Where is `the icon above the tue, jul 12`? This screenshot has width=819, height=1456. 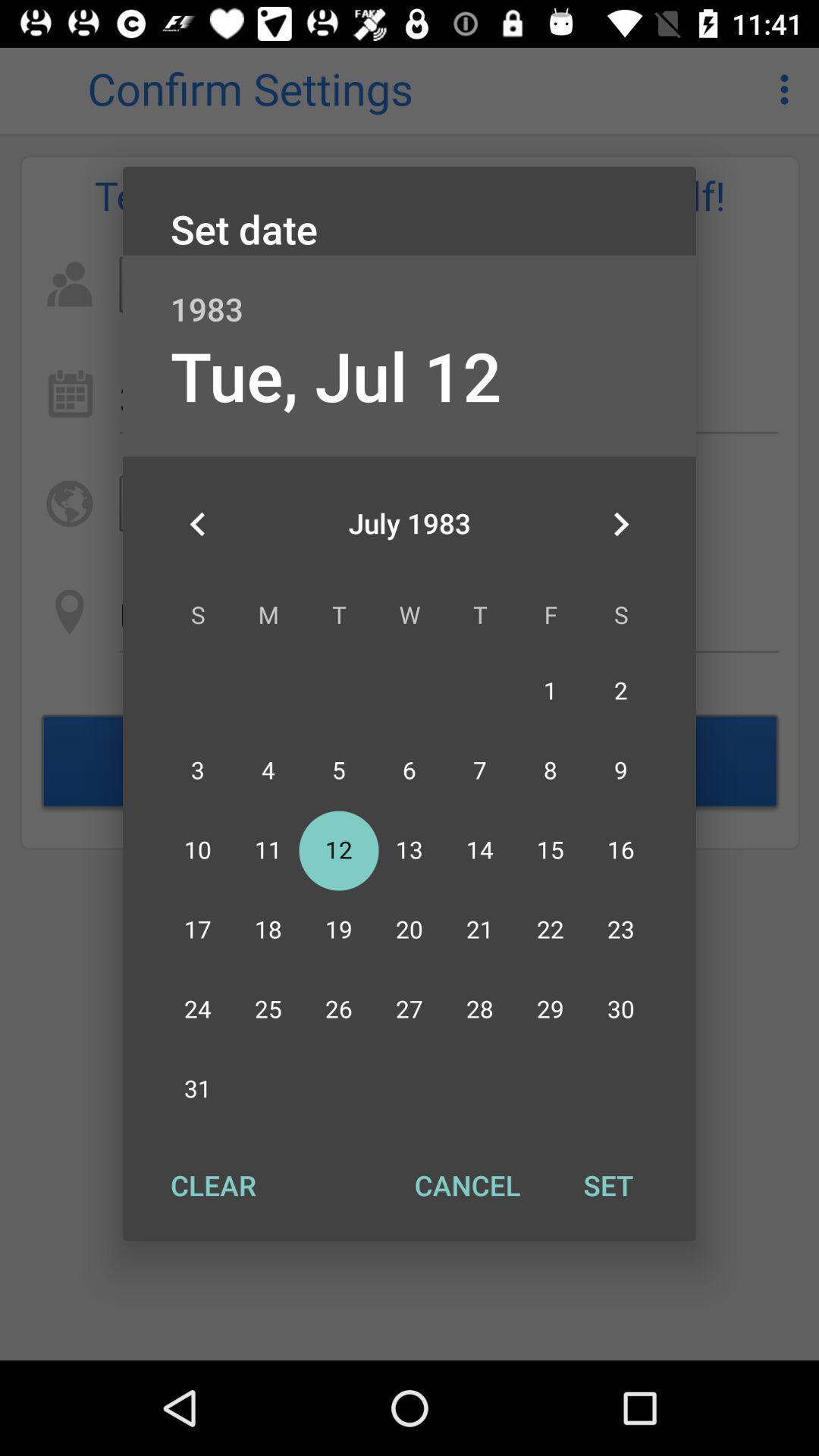
the icon above the tue, jul 12 is located at coordinates (409, 293).